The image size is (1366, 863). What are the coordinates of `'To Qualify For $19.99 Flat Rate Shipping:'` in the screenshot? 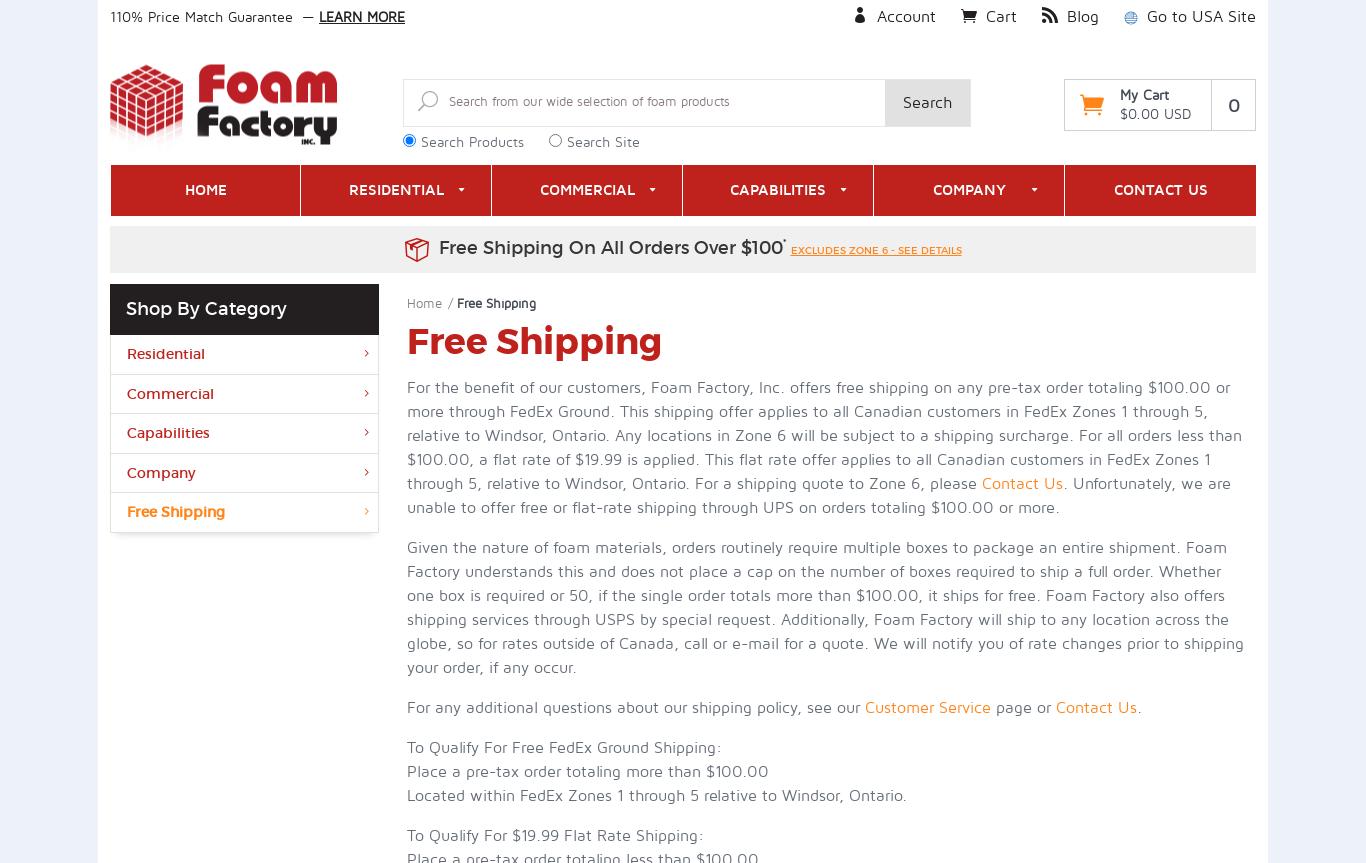 It's located at (554, 834).